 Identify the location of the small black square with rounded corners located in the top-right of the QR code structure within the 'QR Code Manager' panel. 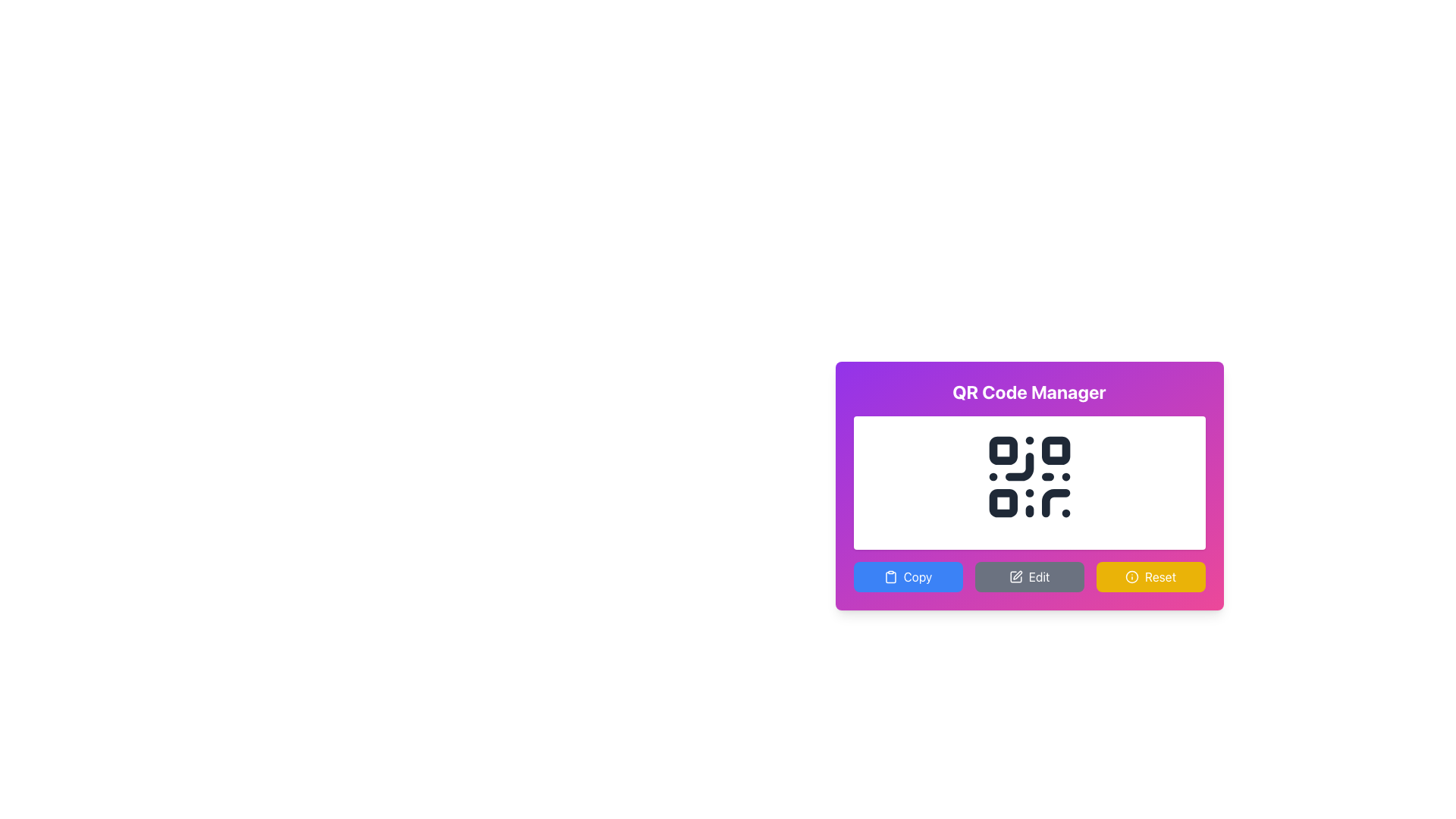
(1055, 450).